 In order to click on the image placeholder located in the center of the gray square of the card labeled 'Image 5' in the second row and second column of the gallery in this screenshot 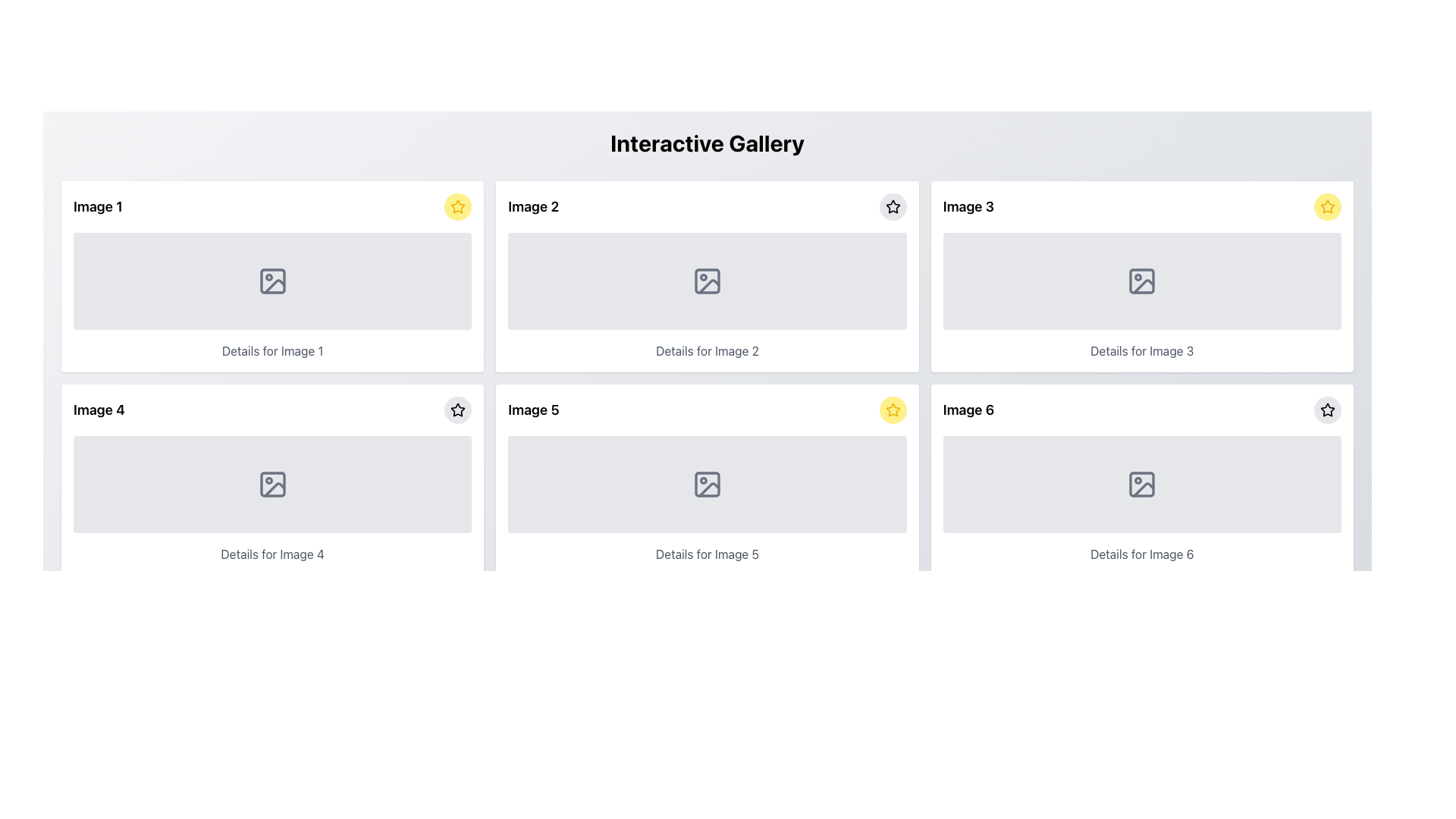, I will do `click(706, 687)`.